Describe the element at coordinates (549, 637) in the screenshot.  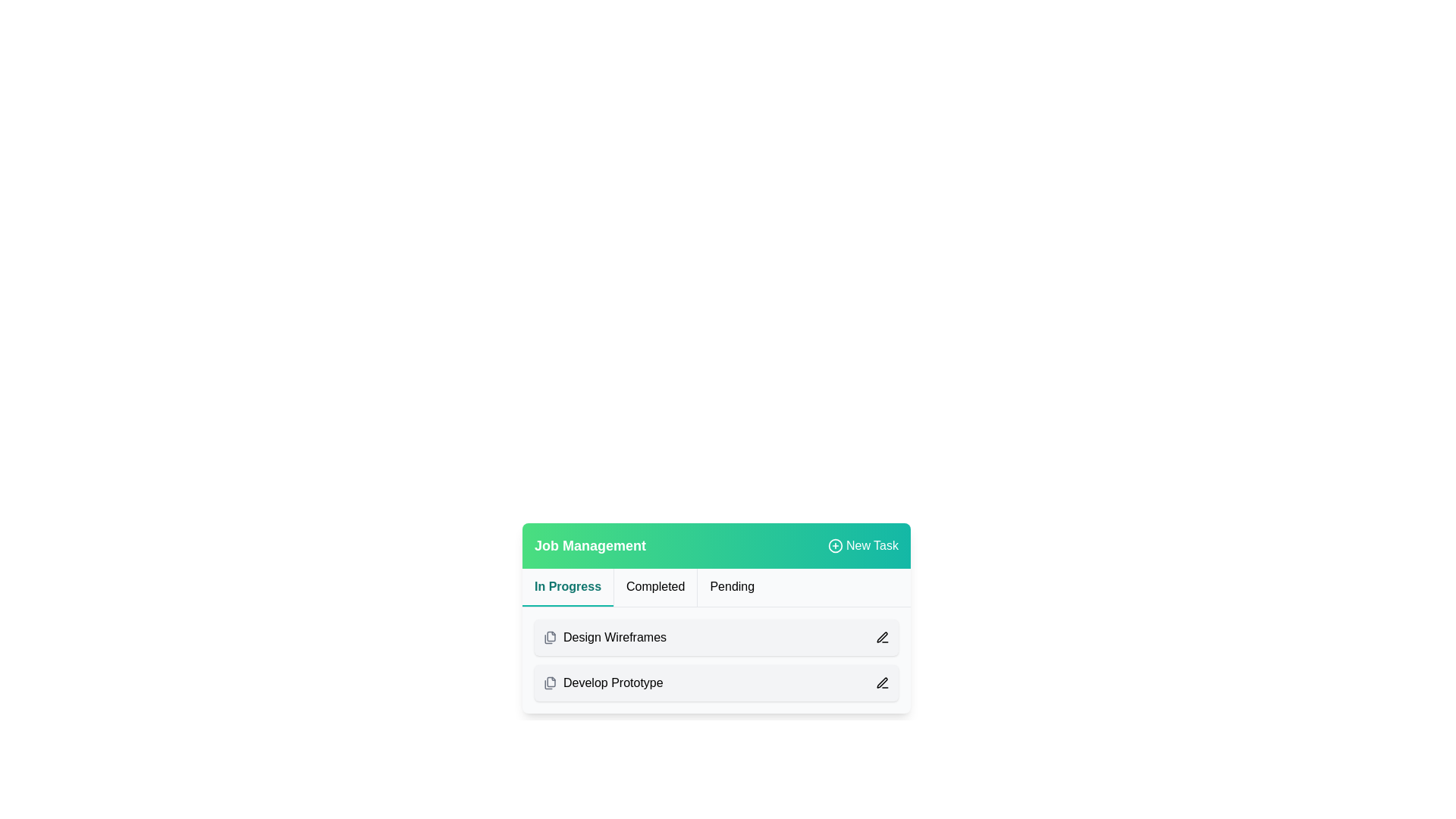
I see `the icon representing a stack of files, which is styled with a line-based design in gray color, located to the left of the text 'Design Wireframes' in the 'In Progress' tab of the 'Job Management' section` at that location.